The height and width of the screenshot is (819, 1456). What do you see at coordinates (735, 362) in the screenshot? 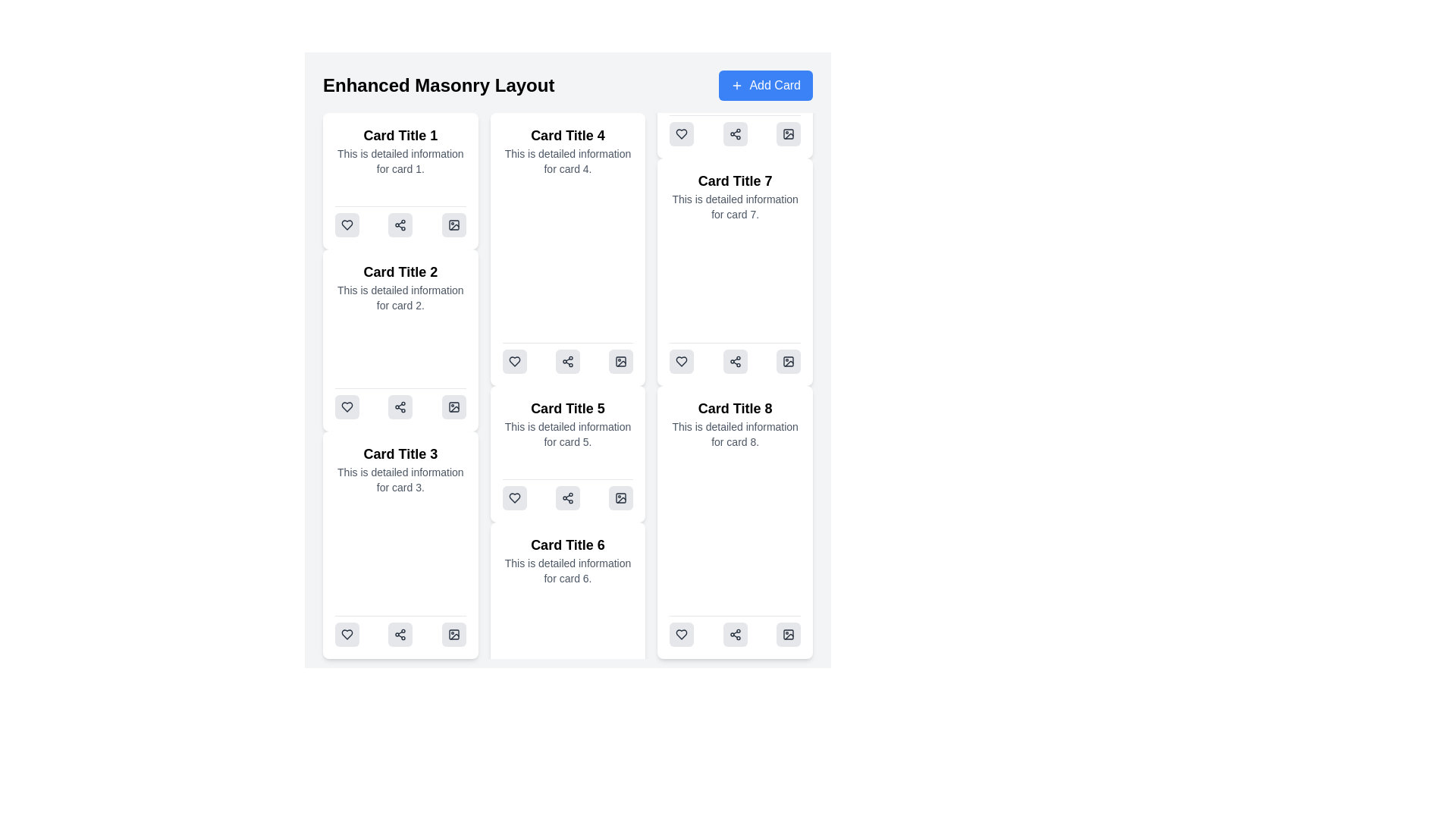
I see `the share button located at the bottom of 'Card Title 8'` at bounding box center [735, 362].